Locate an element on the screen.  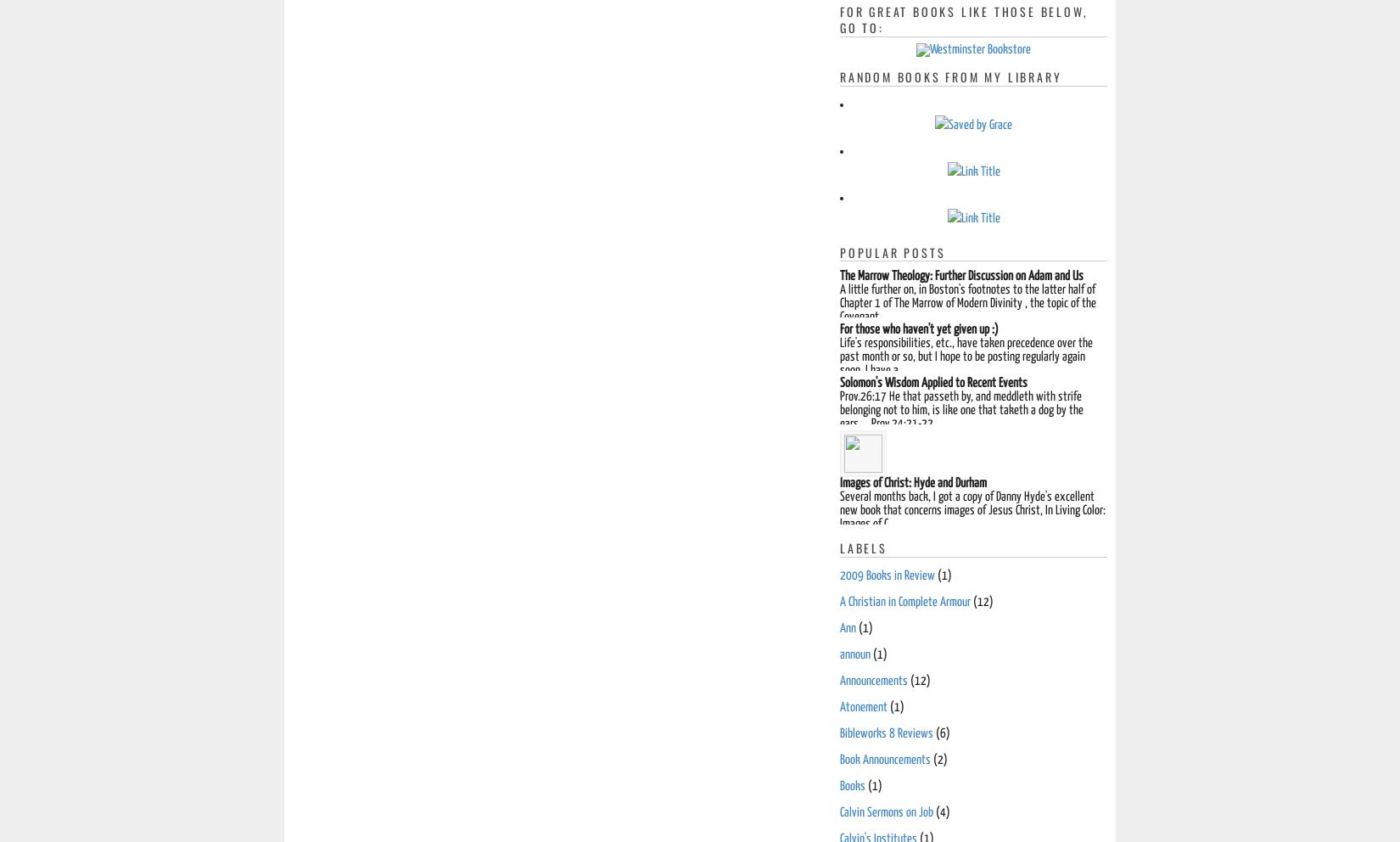
'Announcements' is located at coordinates (873, 680).